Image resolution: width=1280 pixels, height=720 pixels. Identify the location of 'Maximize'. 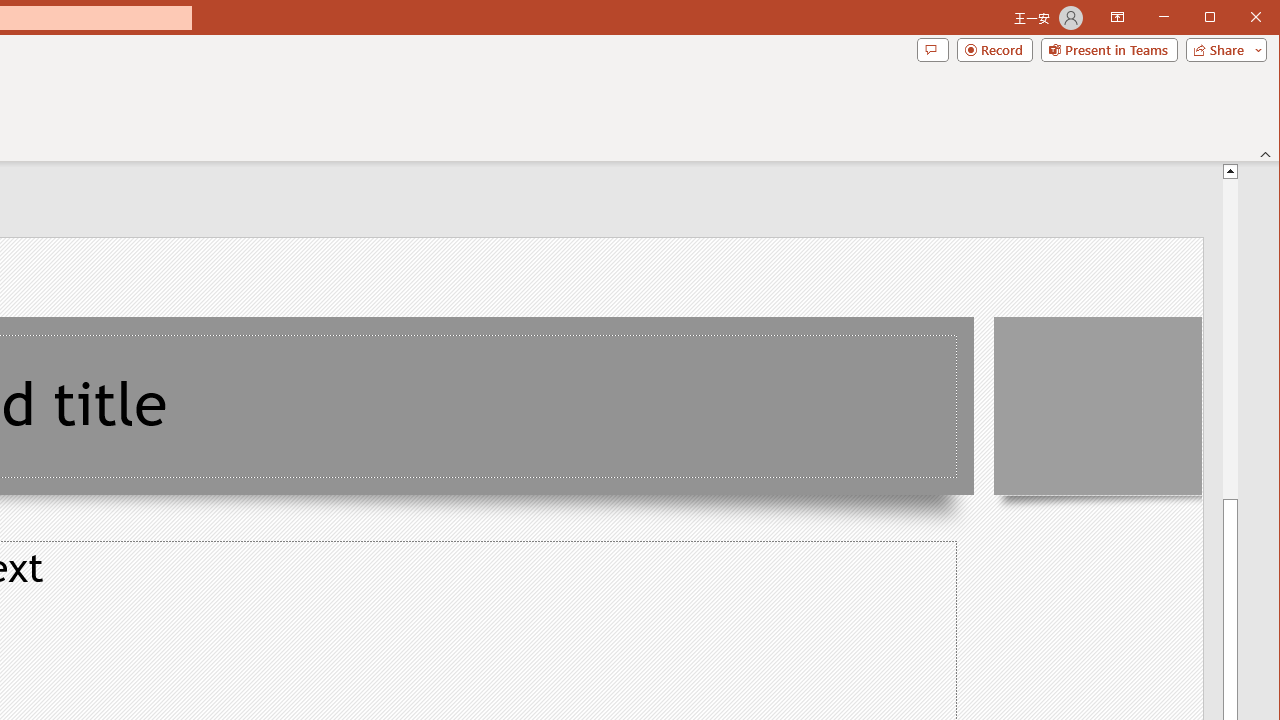
(1238, 19).